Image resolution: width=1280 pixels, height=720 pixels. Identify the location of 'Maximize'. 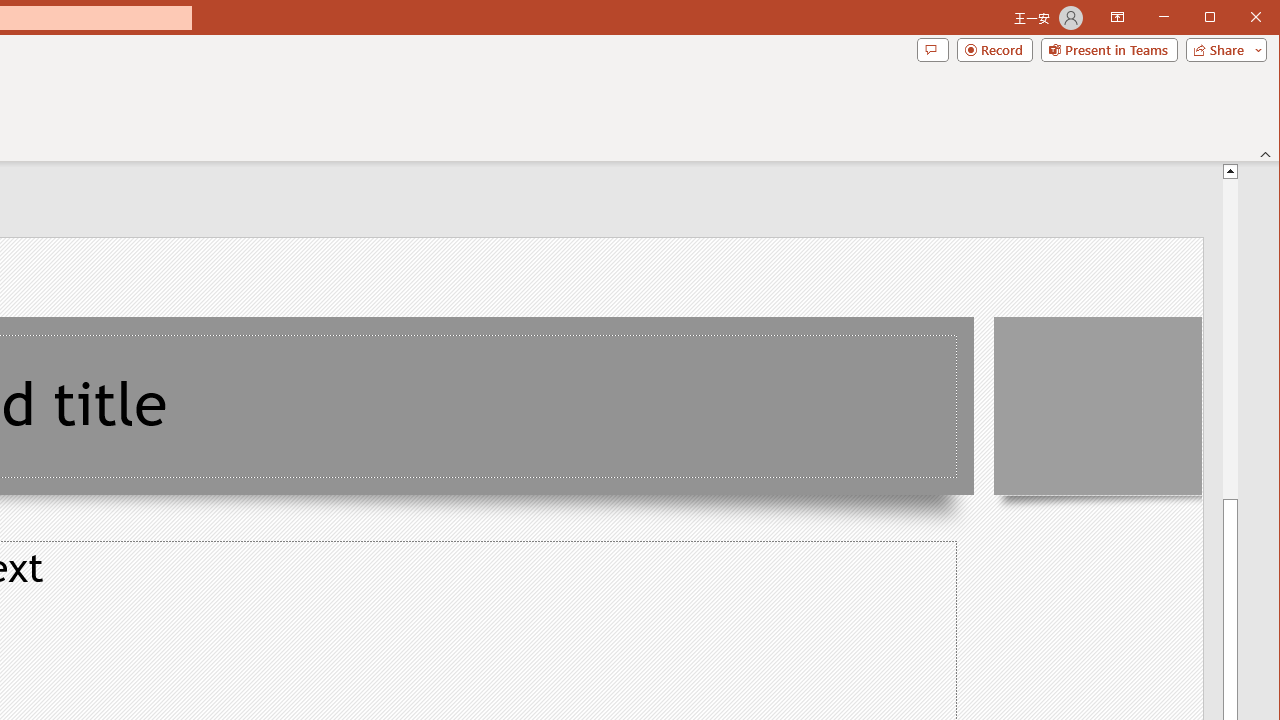
(1238, 19).